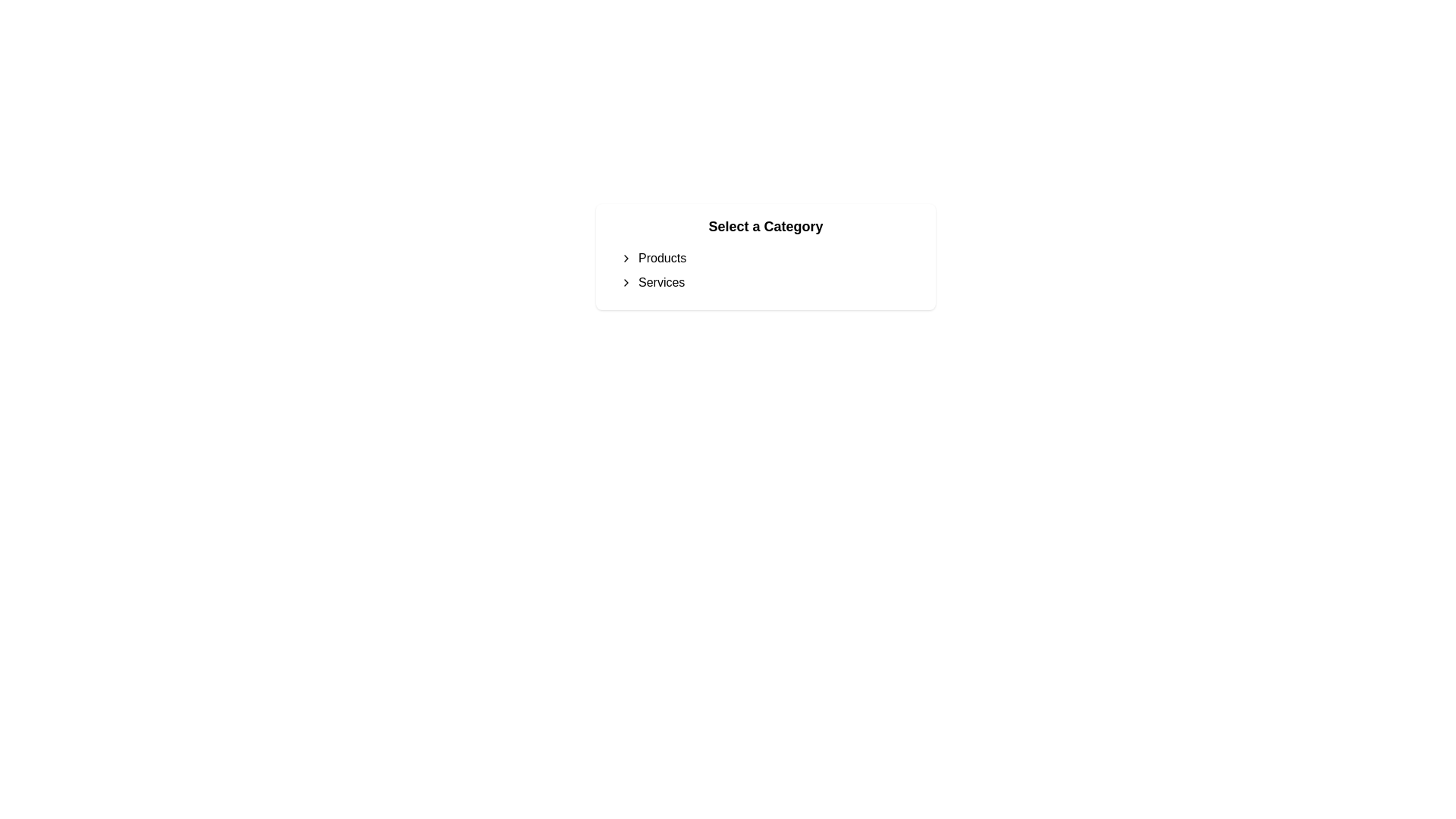 This screenshot has width=1456, height=819. I want to click on the right arrow chevron icon next to the 'Services' option to trigger a tooltip or highlight effect, so click(626, 283).